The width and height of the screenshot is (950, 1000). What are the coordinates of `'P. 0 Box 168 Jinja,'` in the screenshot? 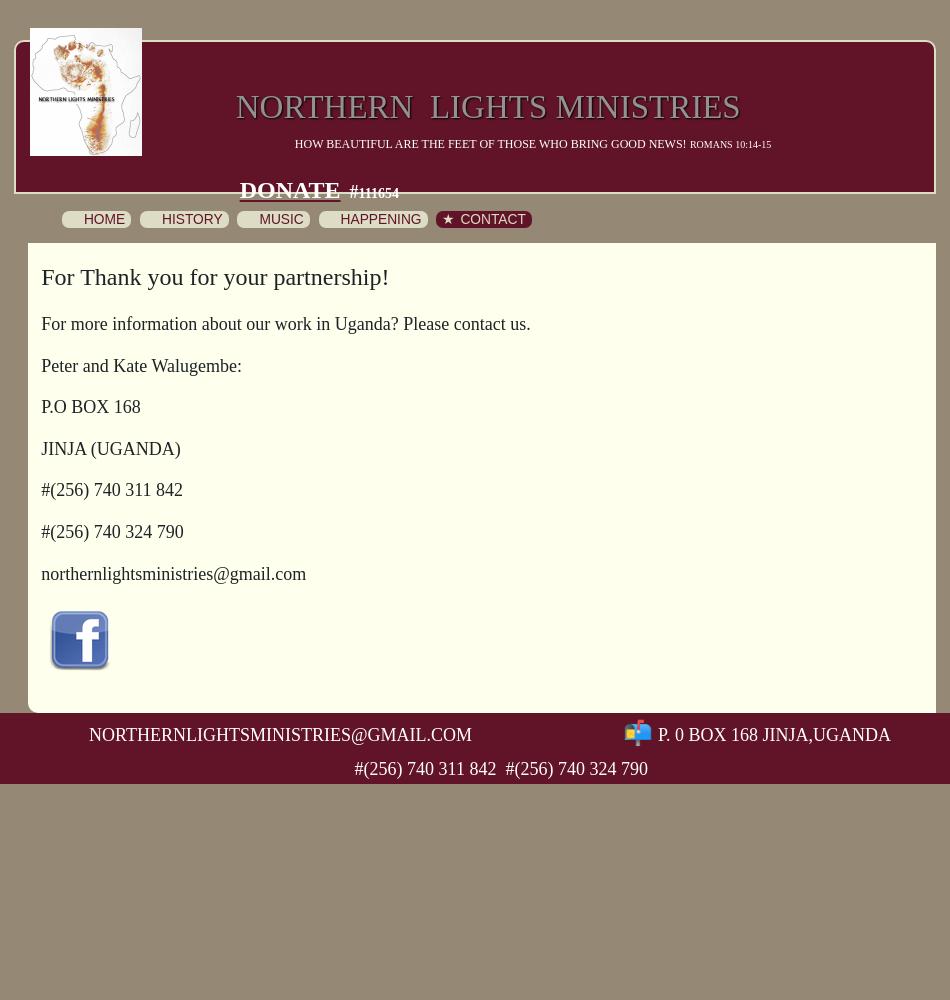 It's located at (734, 733).